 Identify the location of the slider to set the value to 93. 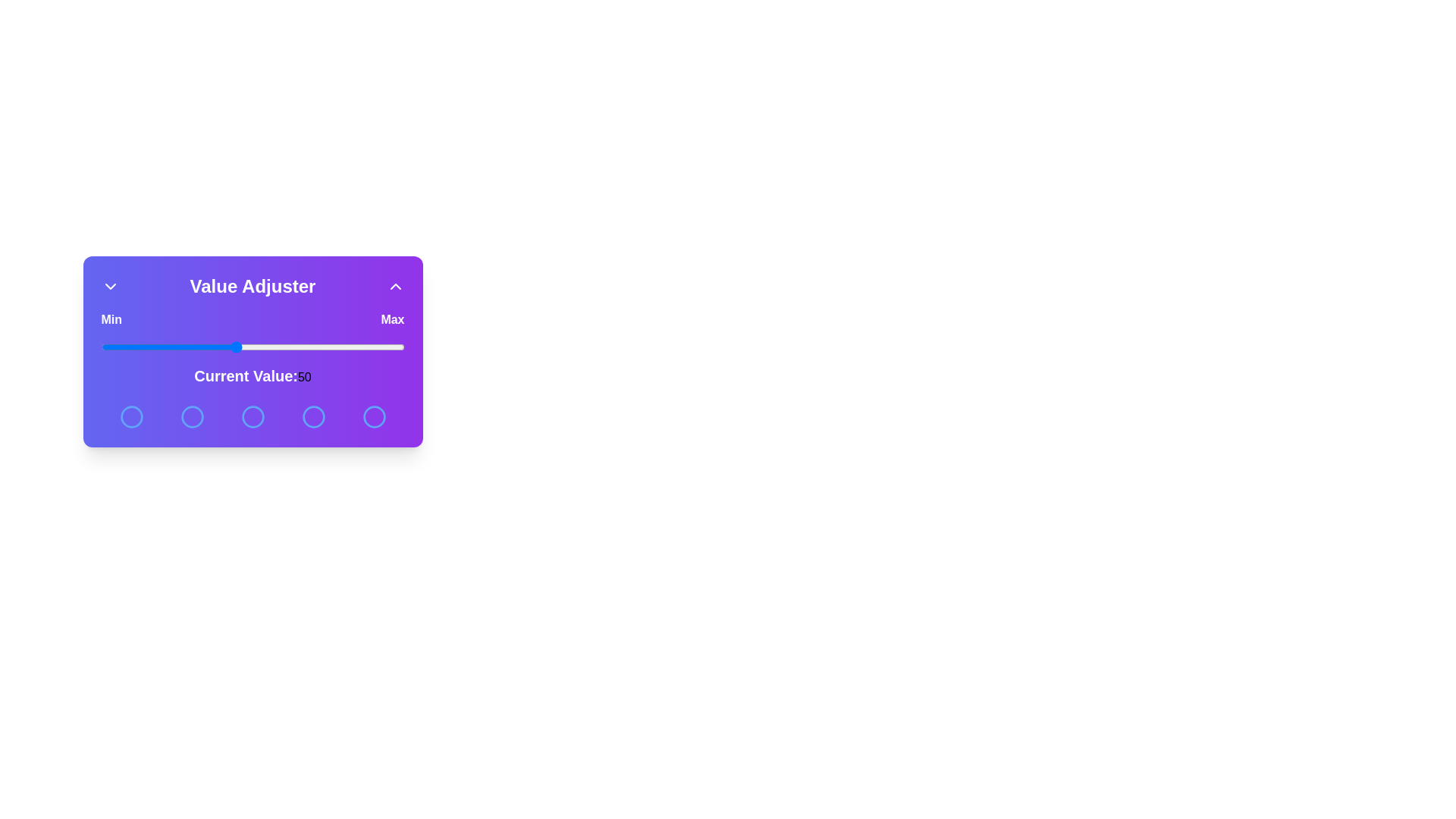
(381, 347).